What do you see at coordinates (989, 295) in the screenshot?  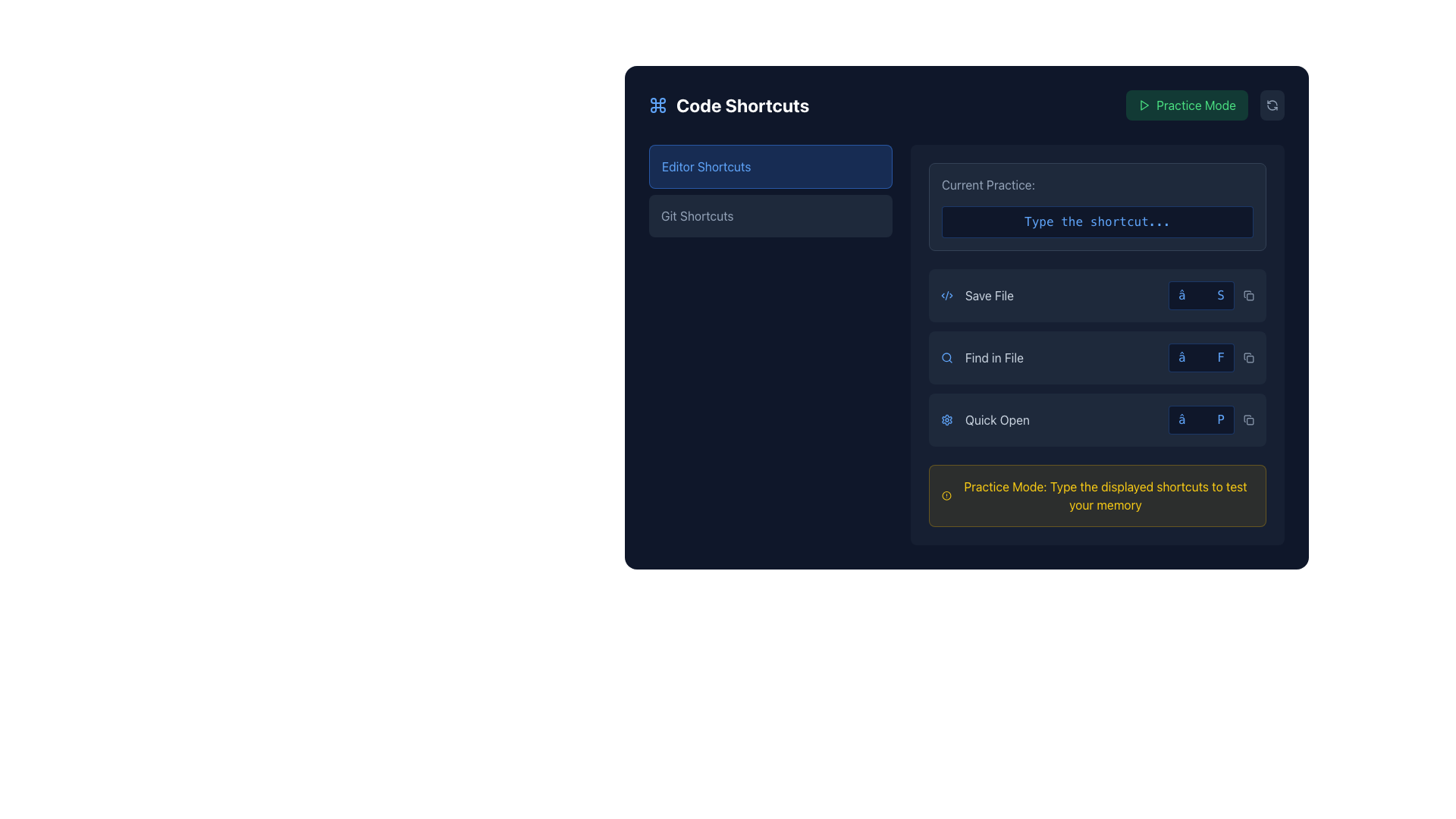 I see `text of the 'Save File' label, which is displayed in light grey against a dark background, located in the second row of the 'Current Practice' section` at bounding box center [989, 295].